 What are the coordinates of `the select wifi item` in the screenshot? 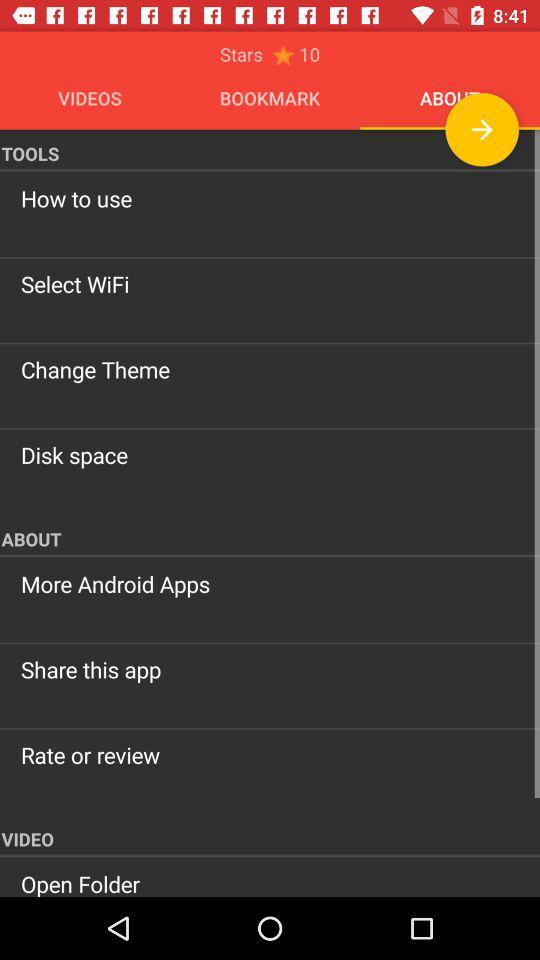 It's located at (270, 283).